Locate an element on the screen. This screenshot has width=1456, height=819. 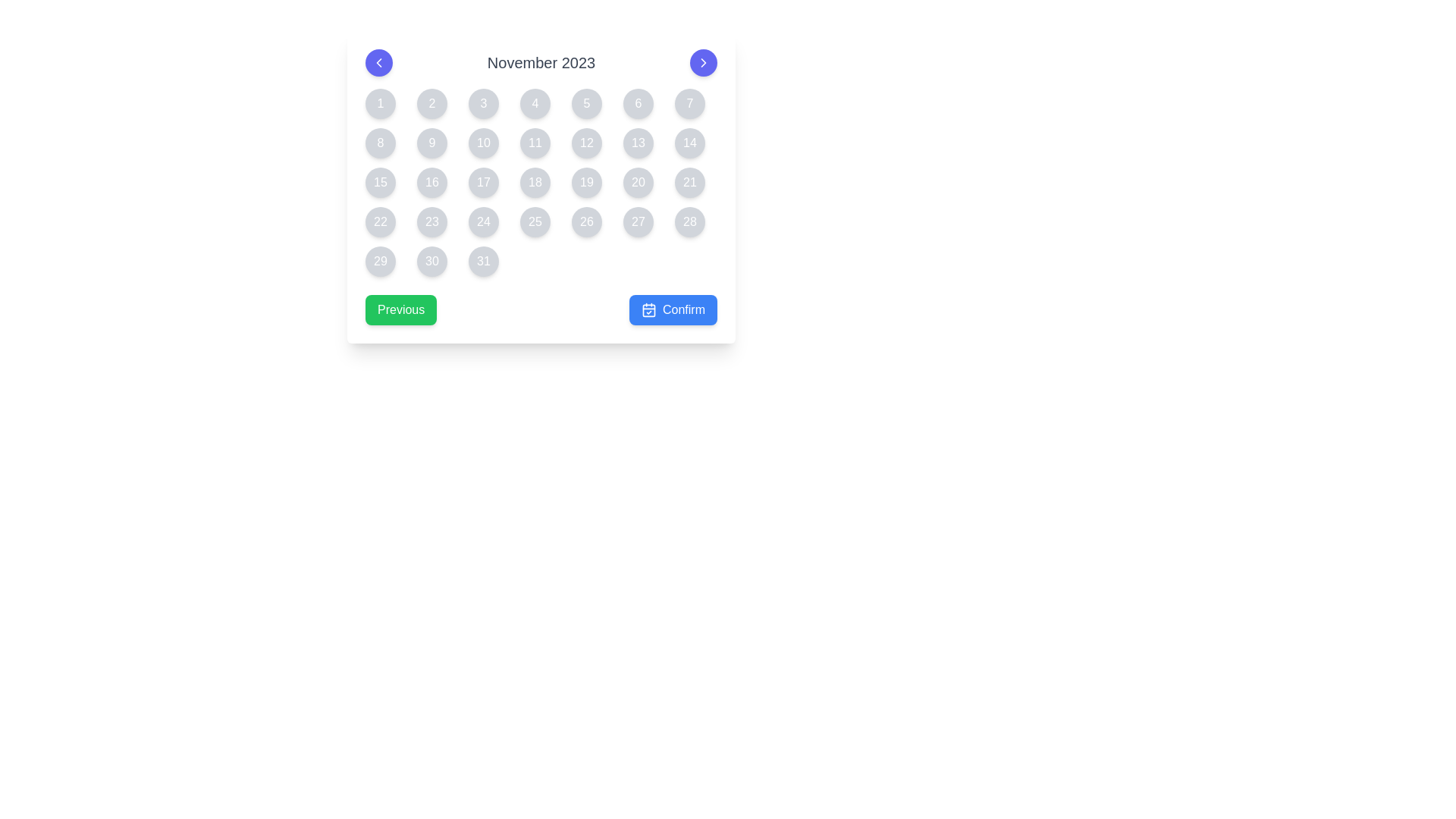
the circular button with a light gray background and the number '26' centered in white text to trigger hover effects is located at coordinates (585, 222).